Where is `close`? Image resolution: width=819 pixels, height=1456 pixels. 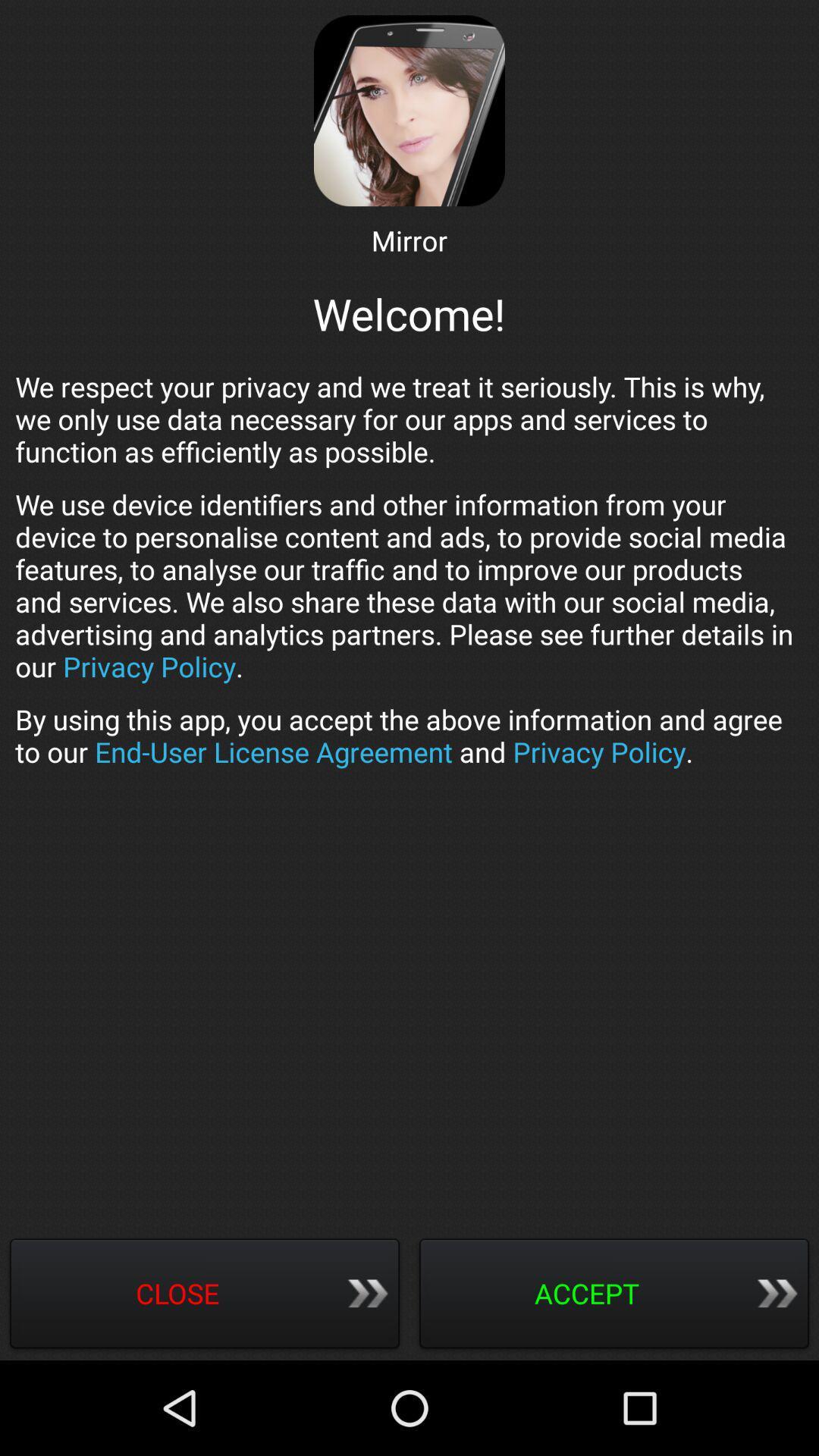
close is located at coordinates (205, 1294).